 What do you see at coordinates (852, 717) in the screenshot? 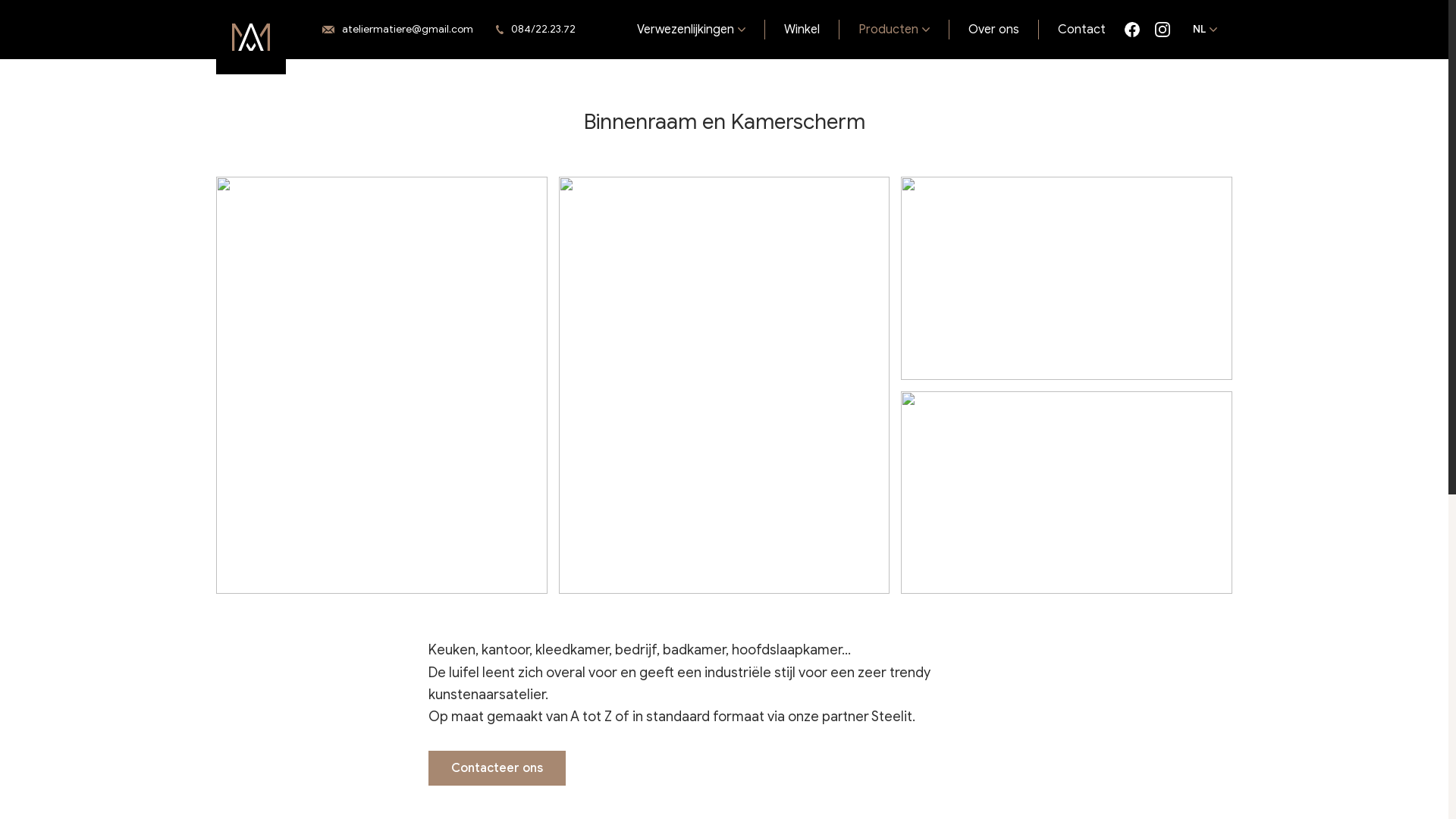
I see `'onze partner Steelit.'` at bounding box center [852, 717].